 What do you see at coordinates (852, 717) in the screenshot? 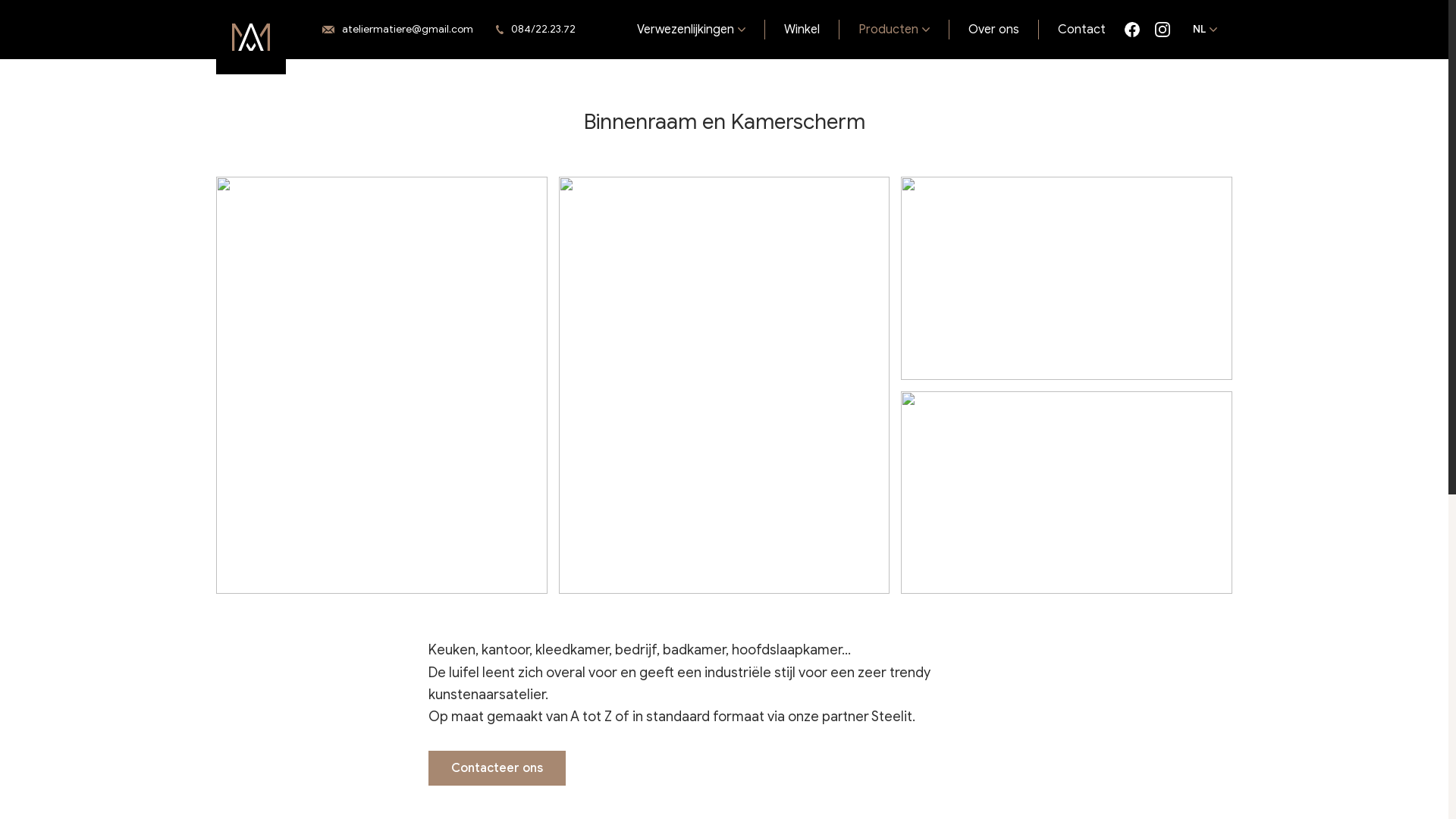
I see `'onze partner Steelit.'` at bounding box center [852, 717].